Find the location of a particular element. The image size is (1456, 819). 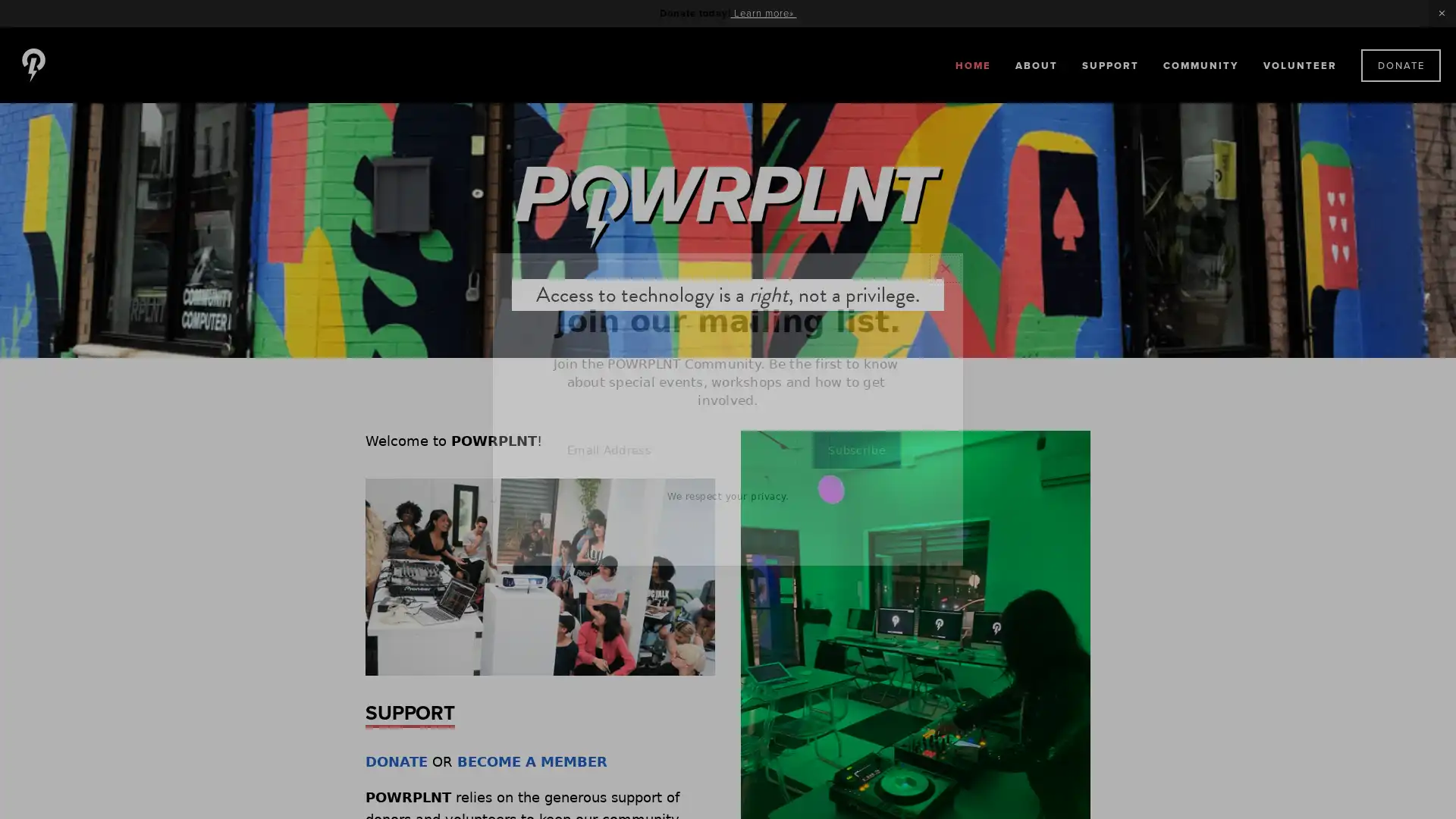

Subscribe is located at coordinates (856, 450).